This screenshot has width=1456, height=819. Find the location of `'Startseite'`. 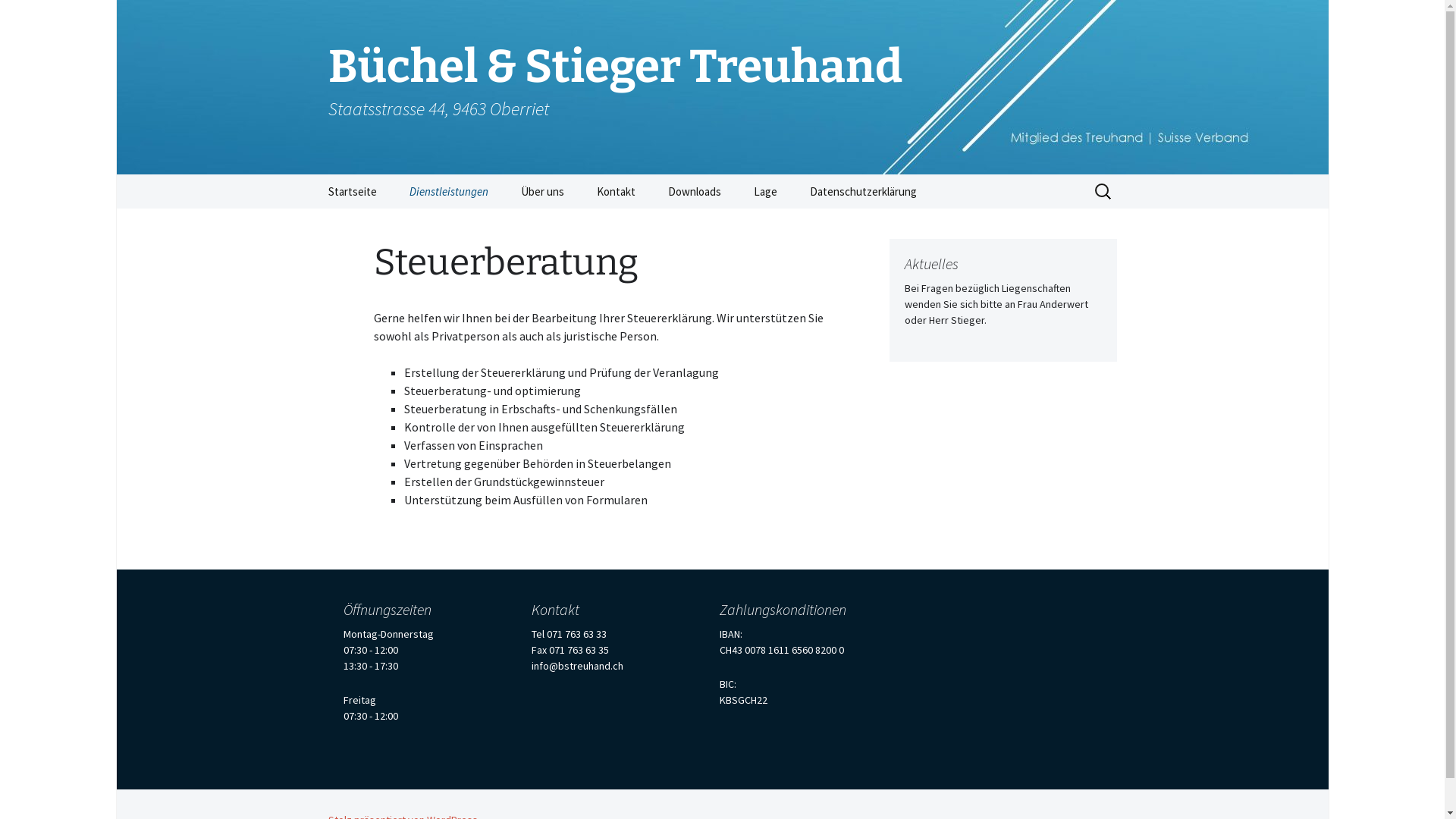

'Startseite' is located at coordinates (351, 190).